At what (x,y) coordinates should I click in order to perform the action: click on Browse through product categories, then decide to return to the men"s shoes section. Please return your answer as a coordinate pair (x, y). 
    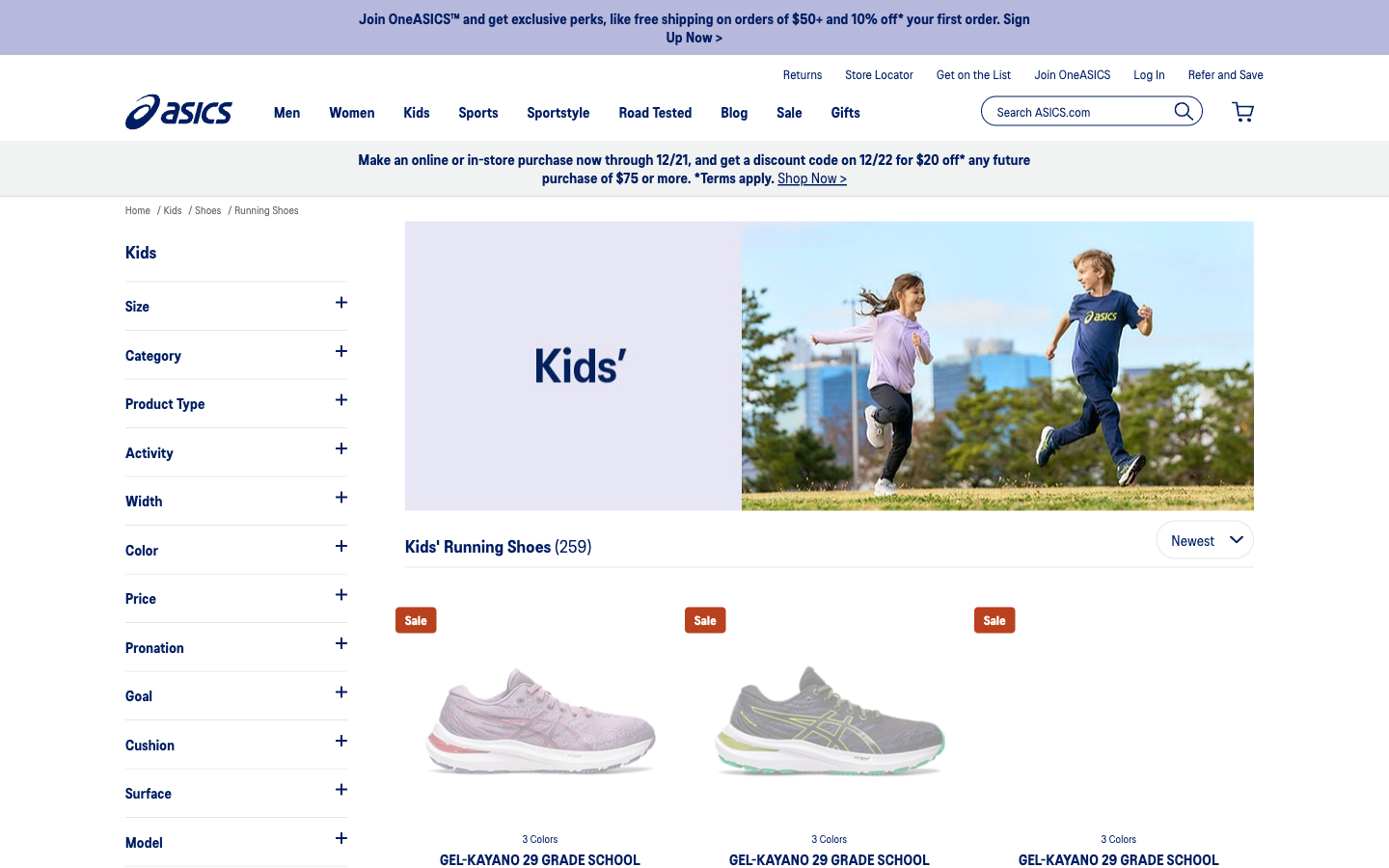
    Looking at the image, I should click on (234, 354).